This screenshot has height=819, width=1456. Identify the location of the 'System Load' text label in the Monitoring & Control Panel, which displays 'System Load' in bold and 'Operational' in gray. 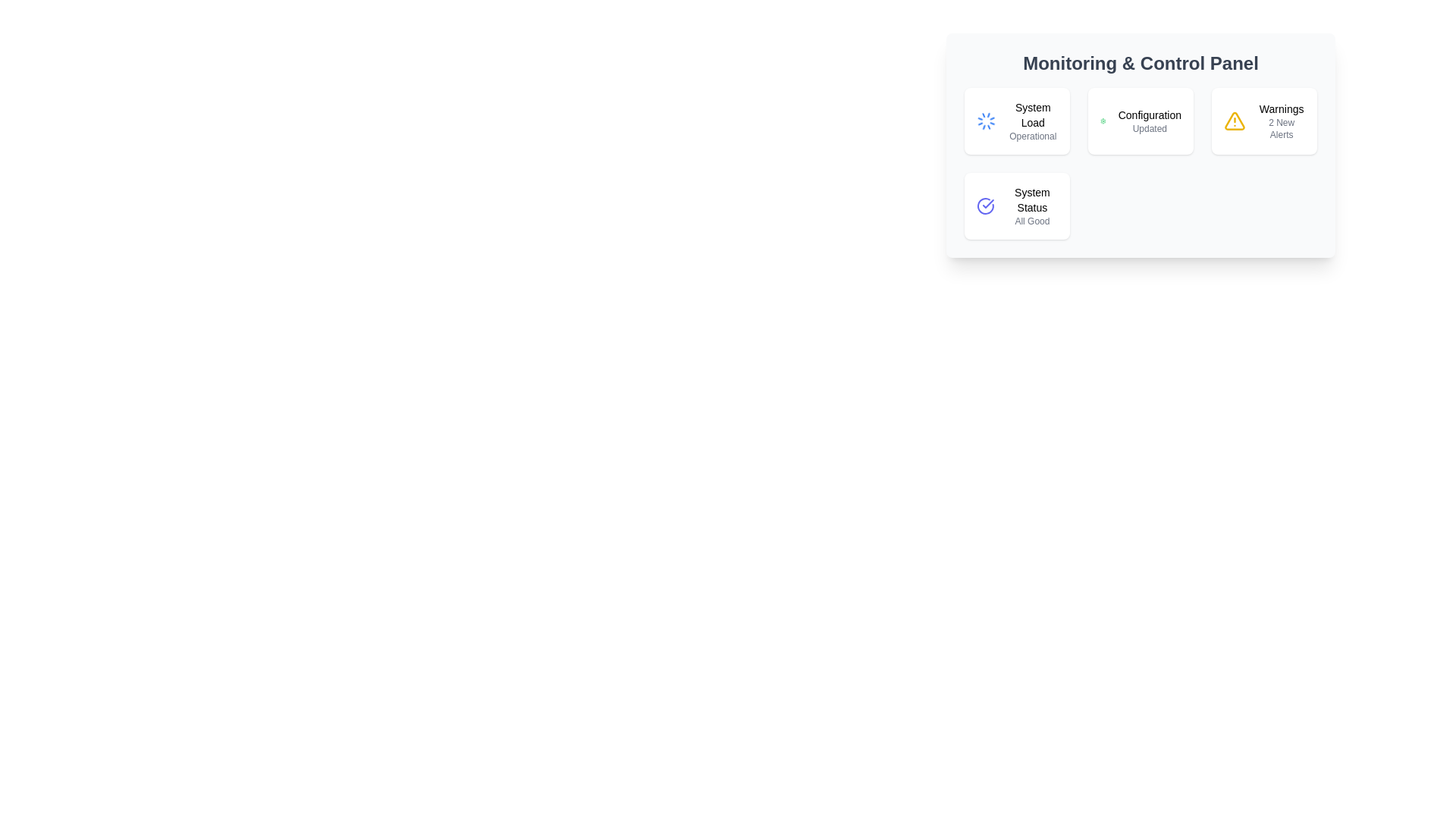
(1032, 120).